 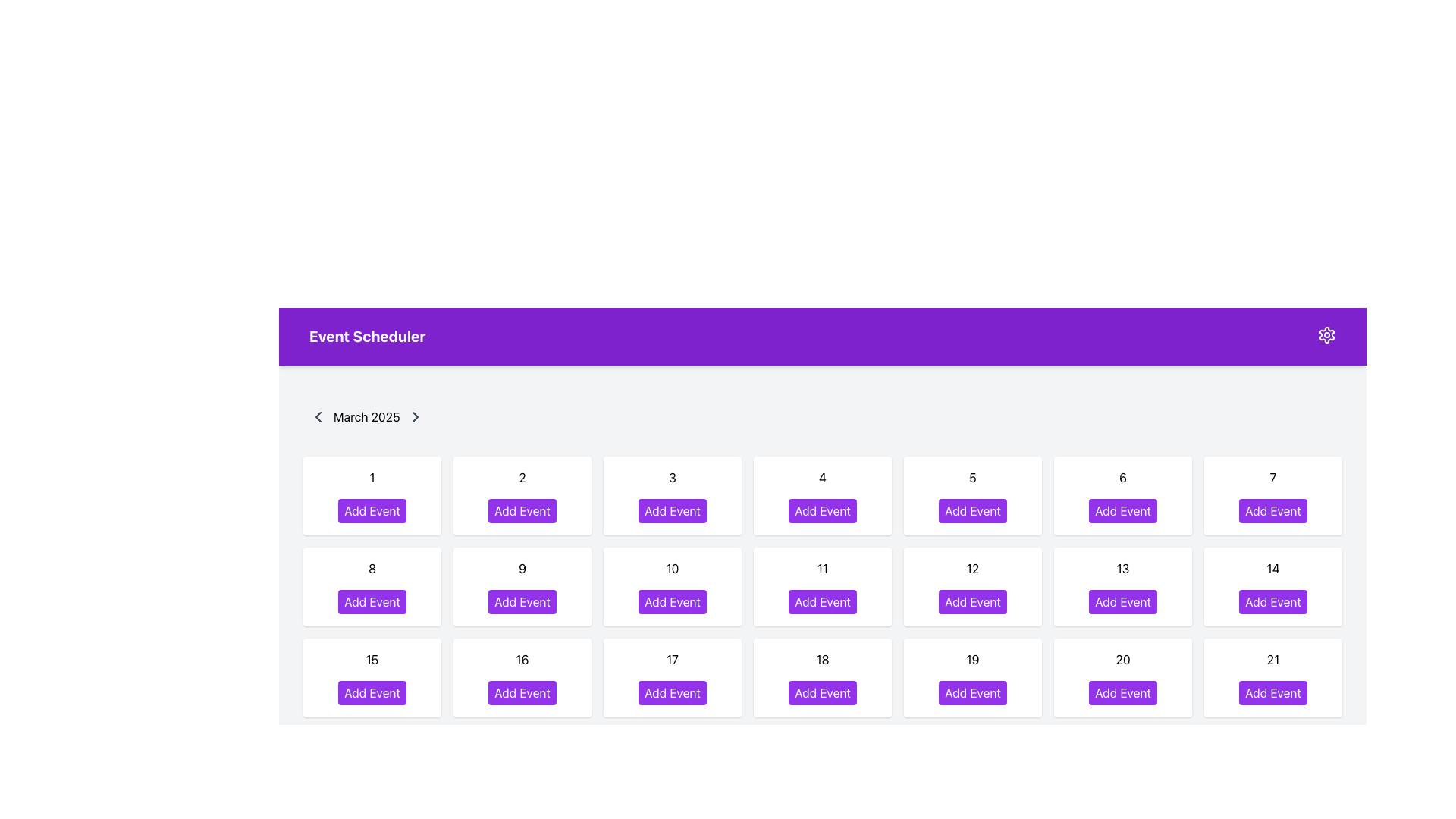 I want to click on the button to add an event for March 8, 2025, located in the middle section of the calendar view, so click(x=372, y=601).